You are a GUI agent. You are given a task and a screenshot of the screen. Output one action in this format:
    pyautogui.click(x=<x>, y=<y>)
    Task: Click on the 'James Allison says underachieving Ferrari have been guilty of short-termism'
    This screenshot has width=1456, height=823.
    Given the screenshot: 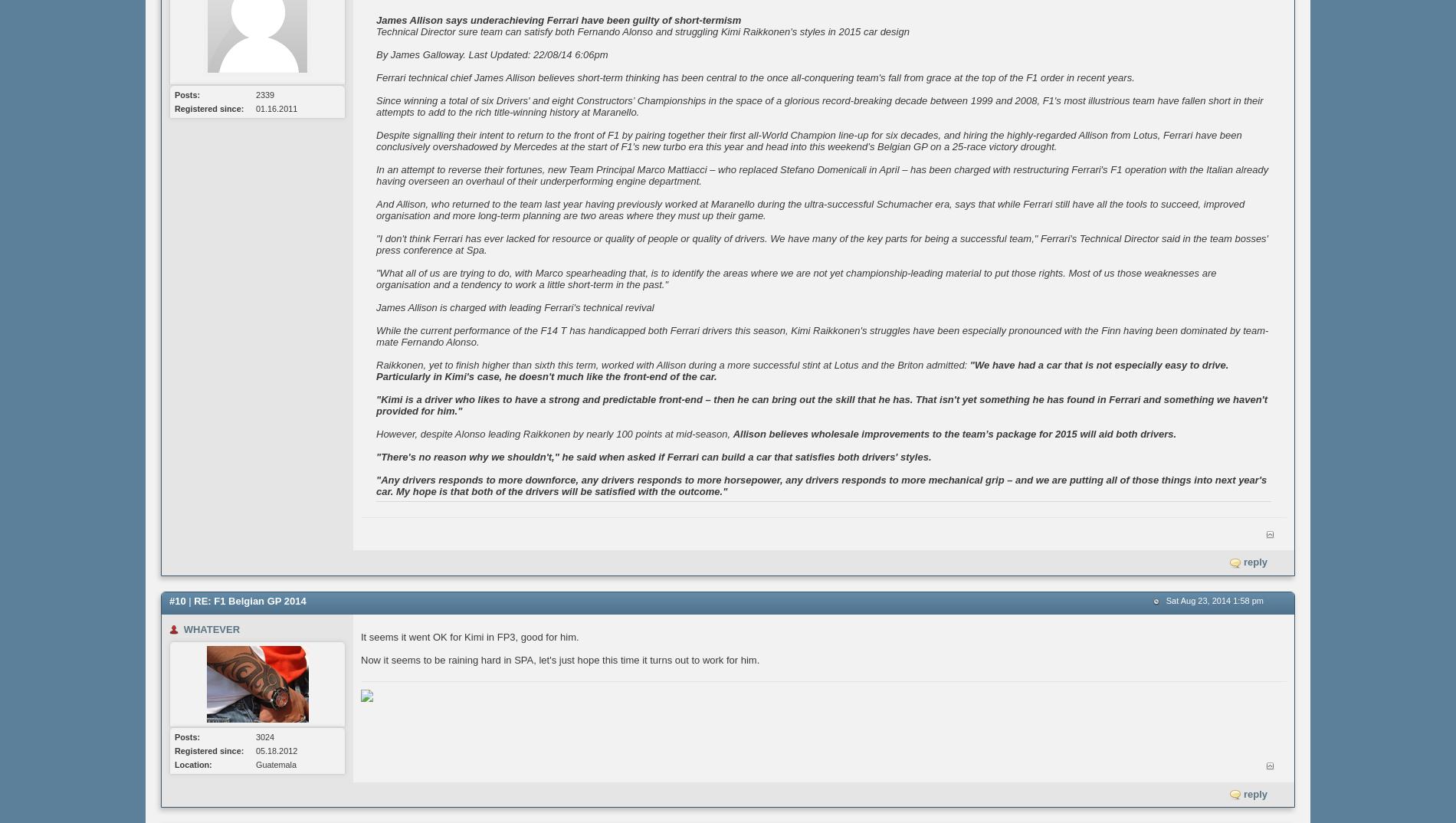 What is the action you would take?
    pyautogui.click(x=558, y=19)
    